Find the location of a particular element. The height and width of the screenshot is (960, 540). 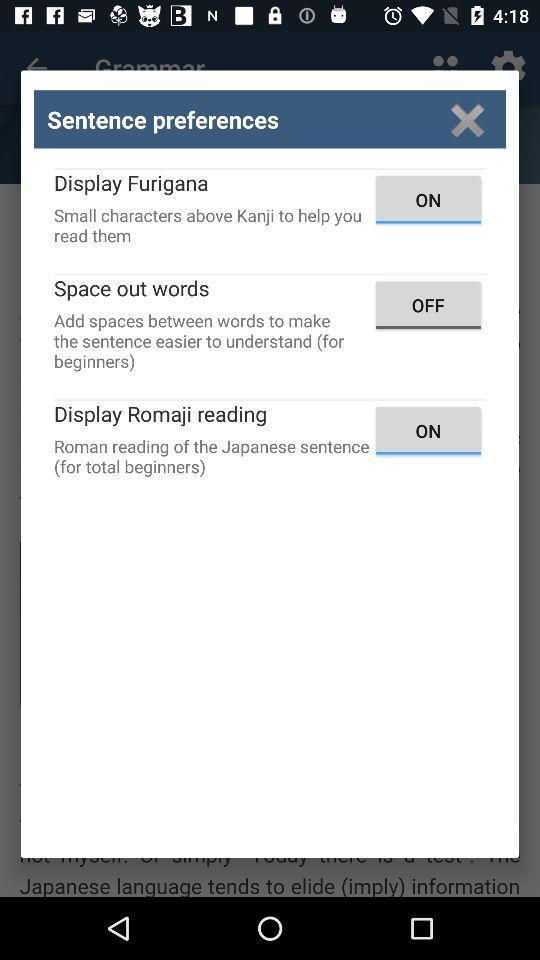

item above display romaji reading icon is located at coordinates (427, 305).